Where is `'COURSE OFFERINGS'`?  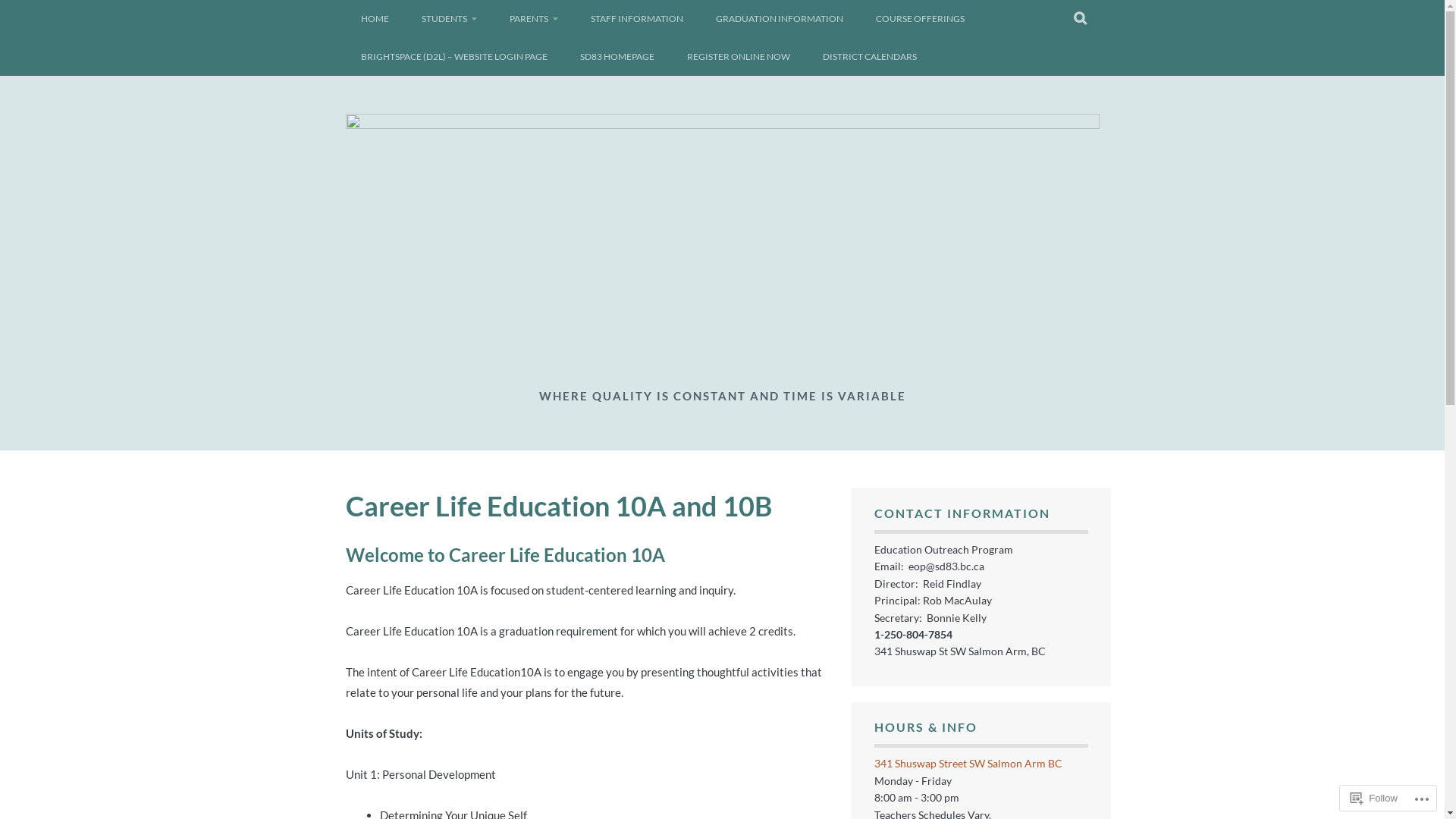
'COURSE OFFERINGS' is located at coordinates (918, 18).